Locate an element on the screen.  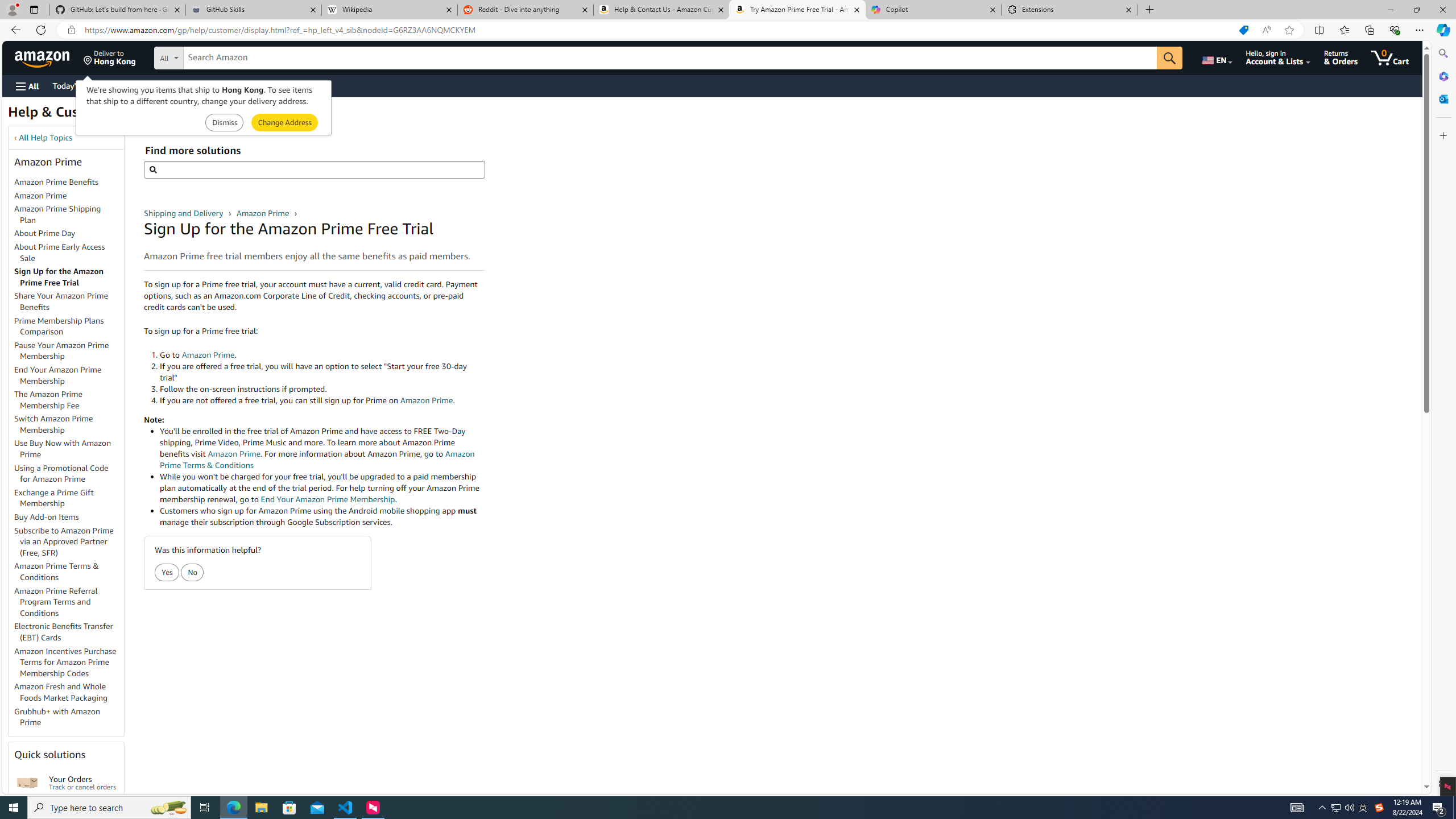
'Microsoft 365' is located at coordinates (1442, 76).